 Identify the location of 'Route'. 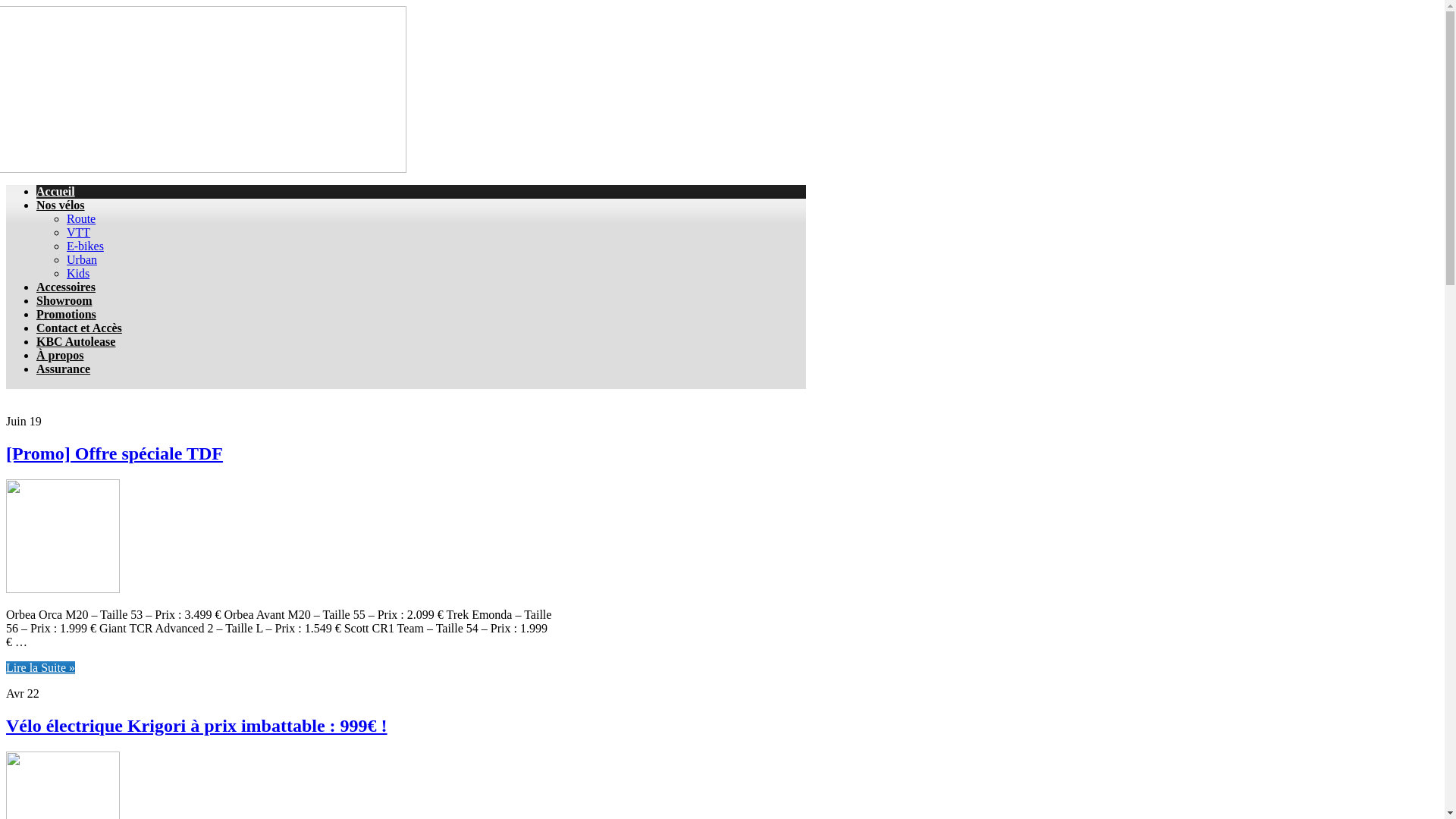
(80, 218).